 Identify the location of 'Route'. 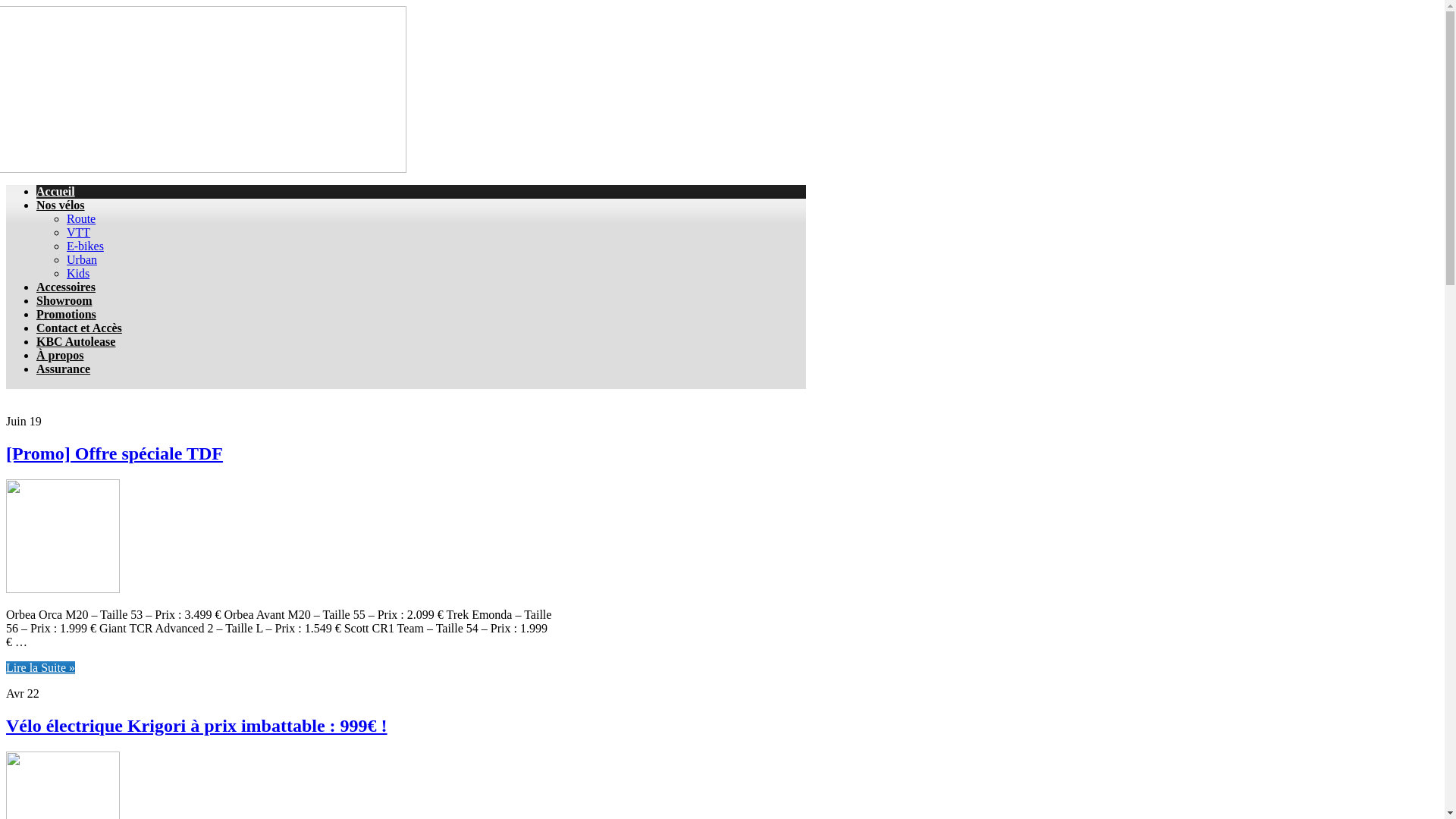
(80, 218).